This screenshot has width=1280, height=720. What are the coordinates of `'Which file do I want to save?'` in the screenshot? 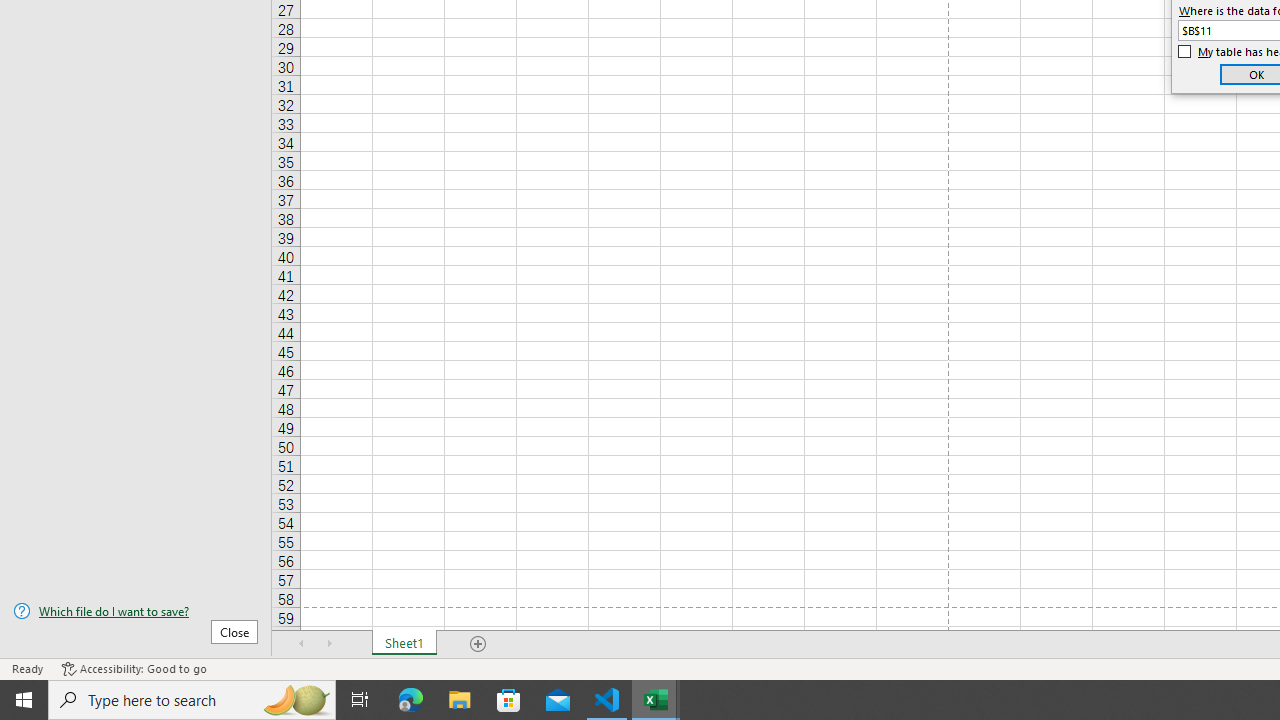 It's located at (135, 610).